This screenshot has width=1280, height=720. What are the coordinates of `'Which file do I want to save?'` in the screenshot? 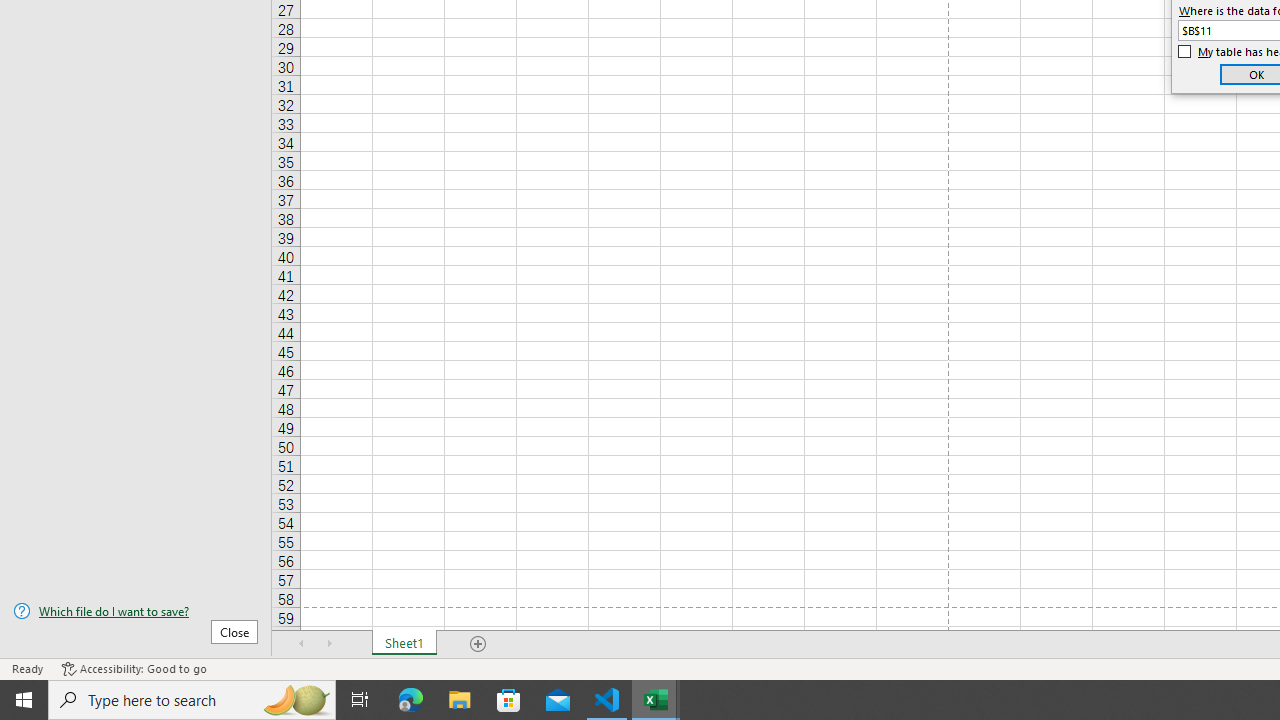 It's located at (135, 610).